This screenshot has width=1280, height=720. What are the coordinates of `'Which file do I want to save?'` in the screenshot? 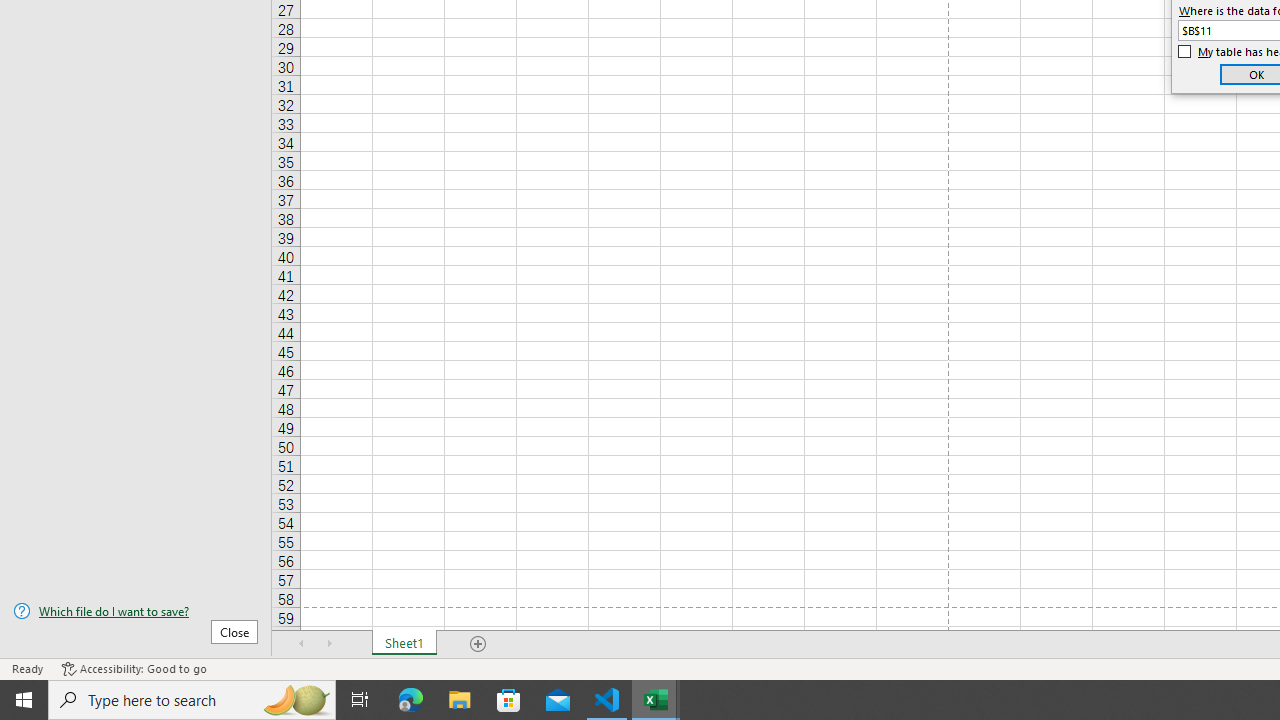 It's located at (135, 610).